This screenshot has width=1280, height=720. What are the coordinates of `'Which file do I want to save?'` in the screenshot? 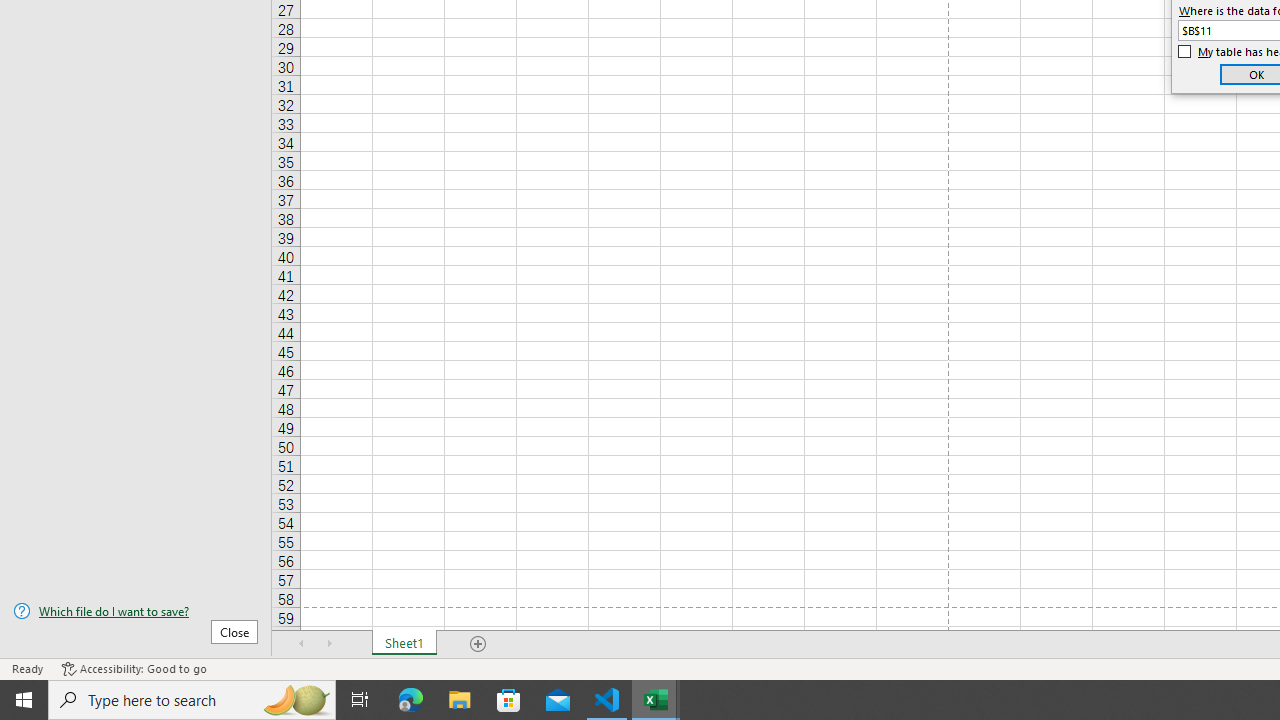 It's located at (135, 610).